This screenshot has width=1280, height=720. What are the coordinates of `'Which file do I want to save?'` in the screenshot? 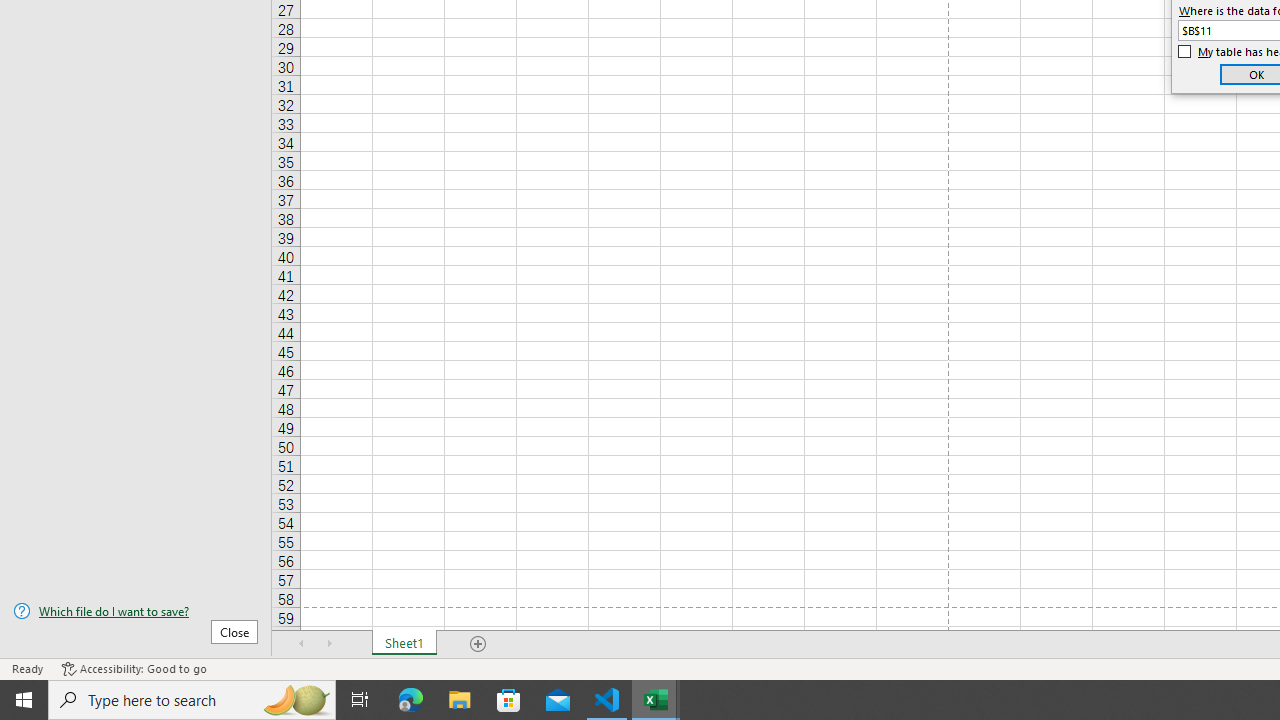 It's located at (135, 610).